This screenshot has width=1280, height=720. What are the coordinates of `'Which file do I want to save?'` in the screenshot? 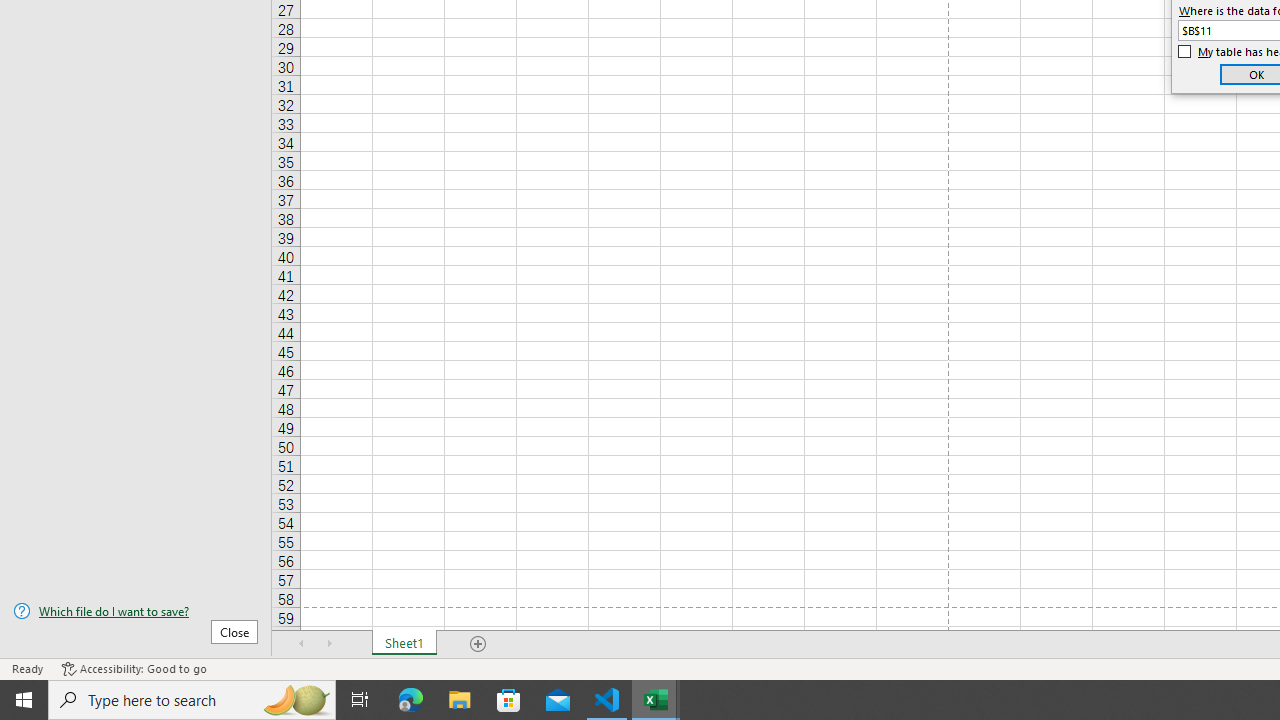 It's located at (135, 610).